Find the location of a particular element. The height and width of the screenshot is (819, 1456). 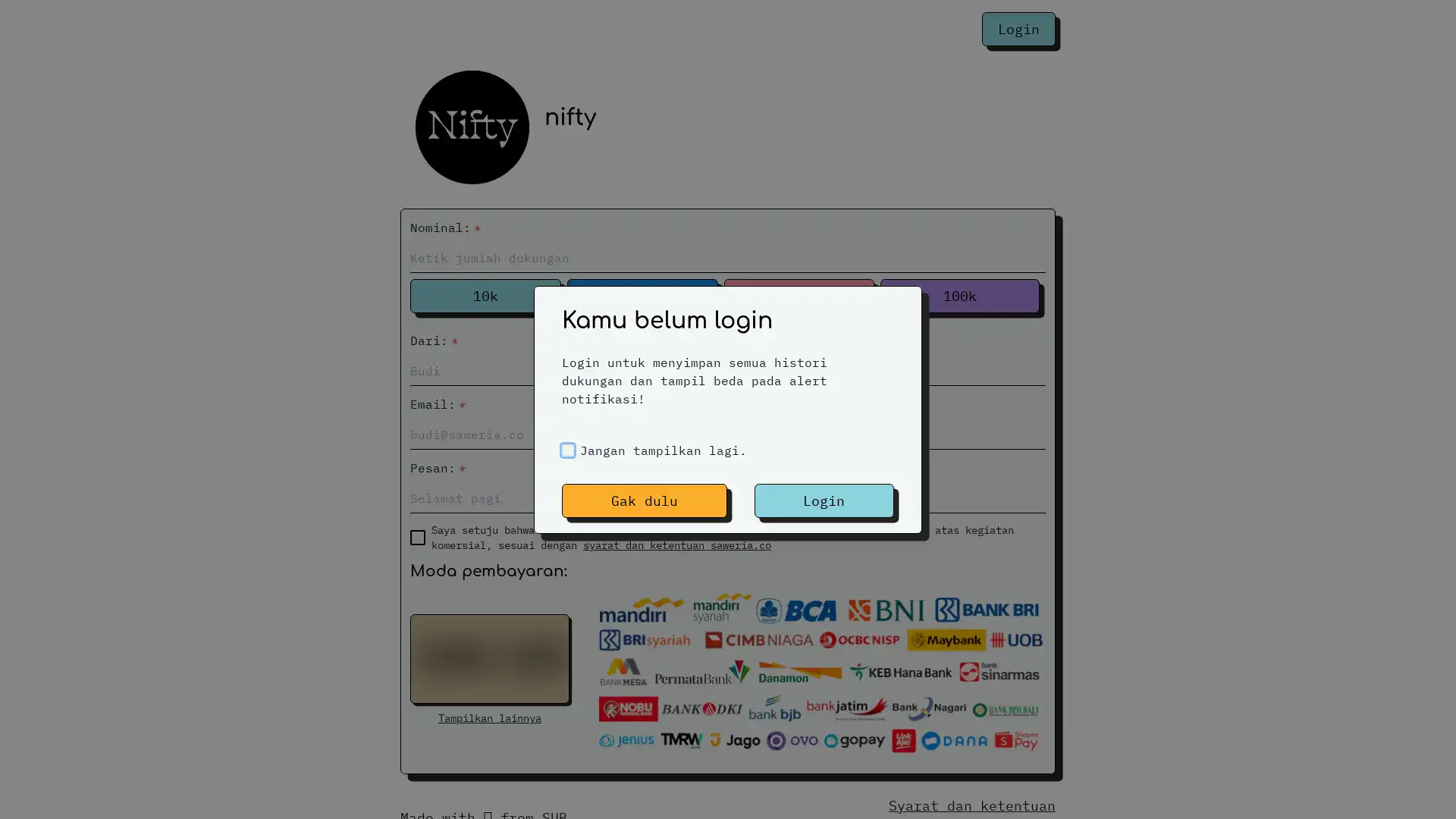

Gak dulu is located at coordinates (644, 500).